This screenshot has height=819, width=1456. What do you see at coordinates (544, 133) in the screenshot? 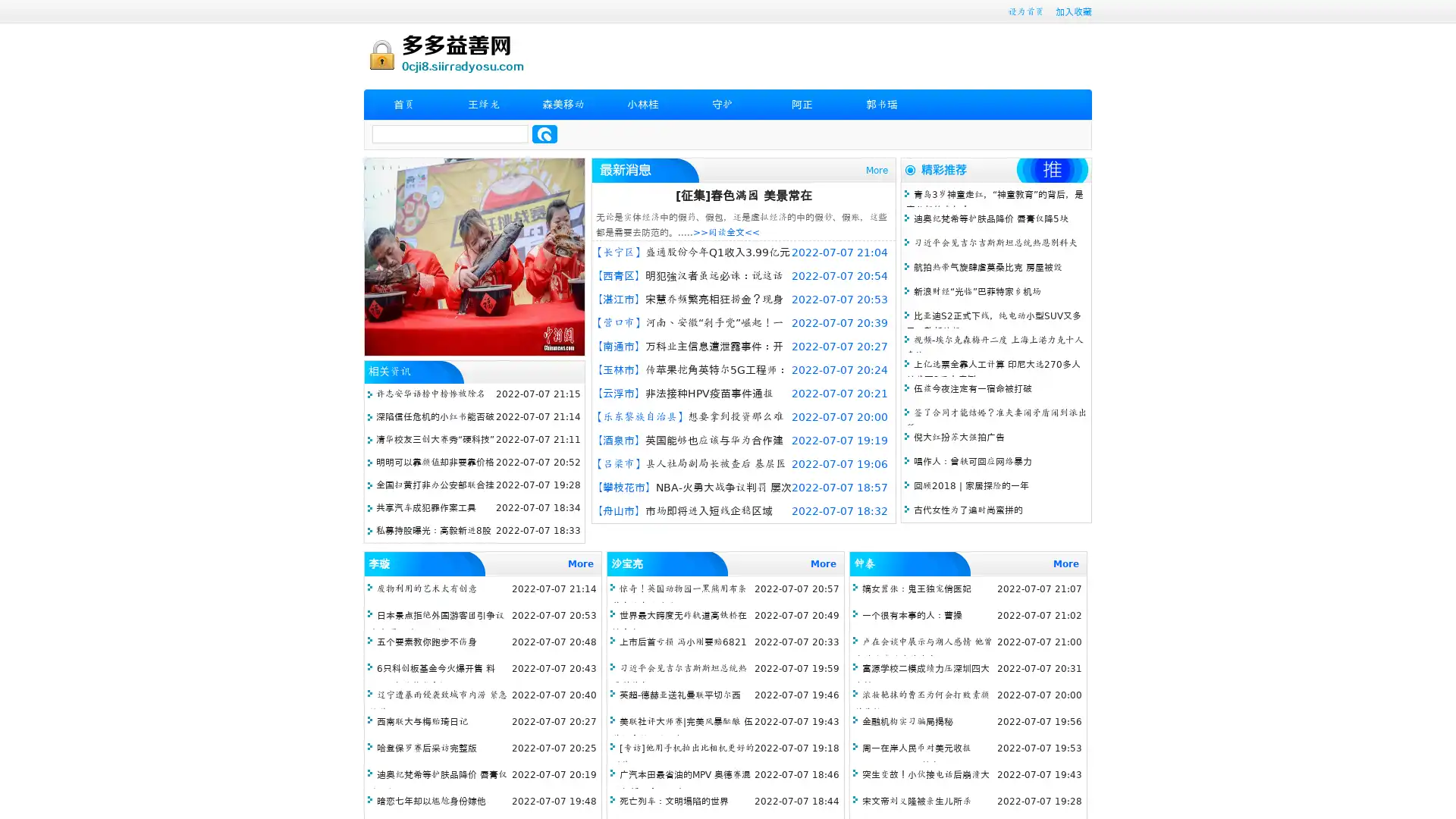
I see `Search` at bounding box center [544, 133].